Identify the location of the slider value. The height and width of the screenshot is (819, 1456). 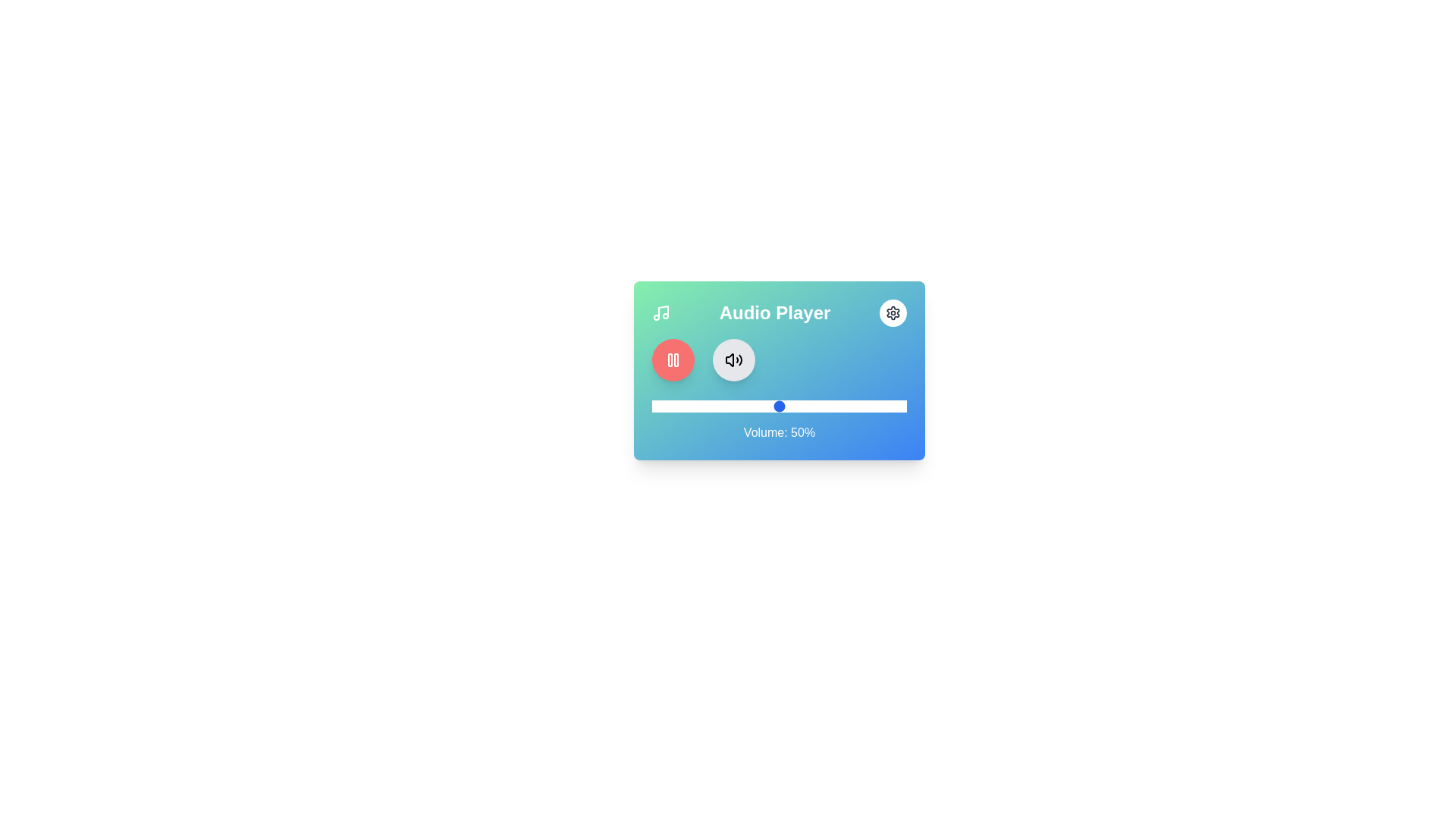
(754, 406).